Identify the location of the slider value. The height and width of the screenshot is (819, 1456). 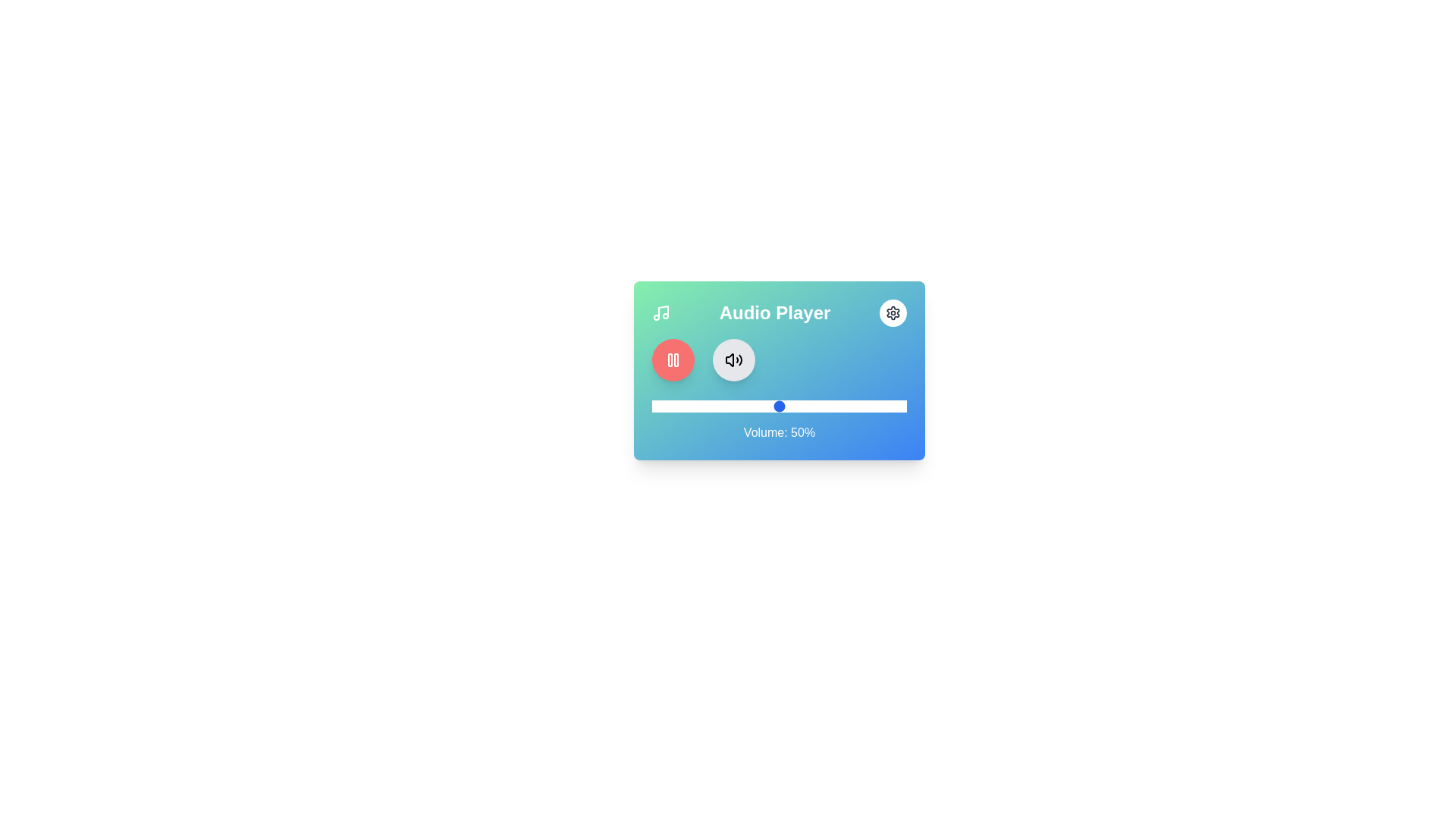
(754, 406).